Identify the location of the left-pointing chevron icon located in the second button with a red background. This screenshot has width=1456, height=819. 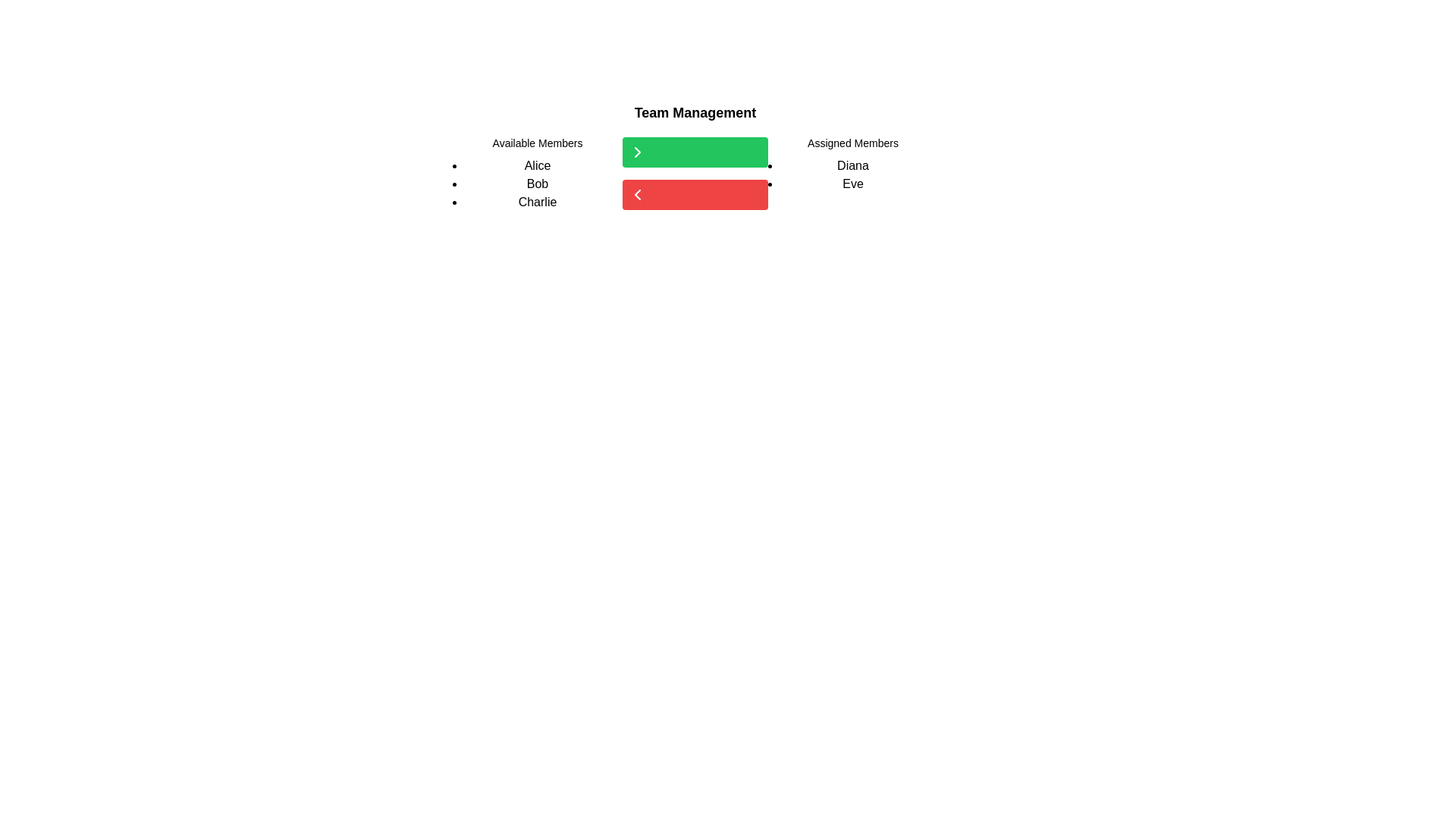
(637, 194).